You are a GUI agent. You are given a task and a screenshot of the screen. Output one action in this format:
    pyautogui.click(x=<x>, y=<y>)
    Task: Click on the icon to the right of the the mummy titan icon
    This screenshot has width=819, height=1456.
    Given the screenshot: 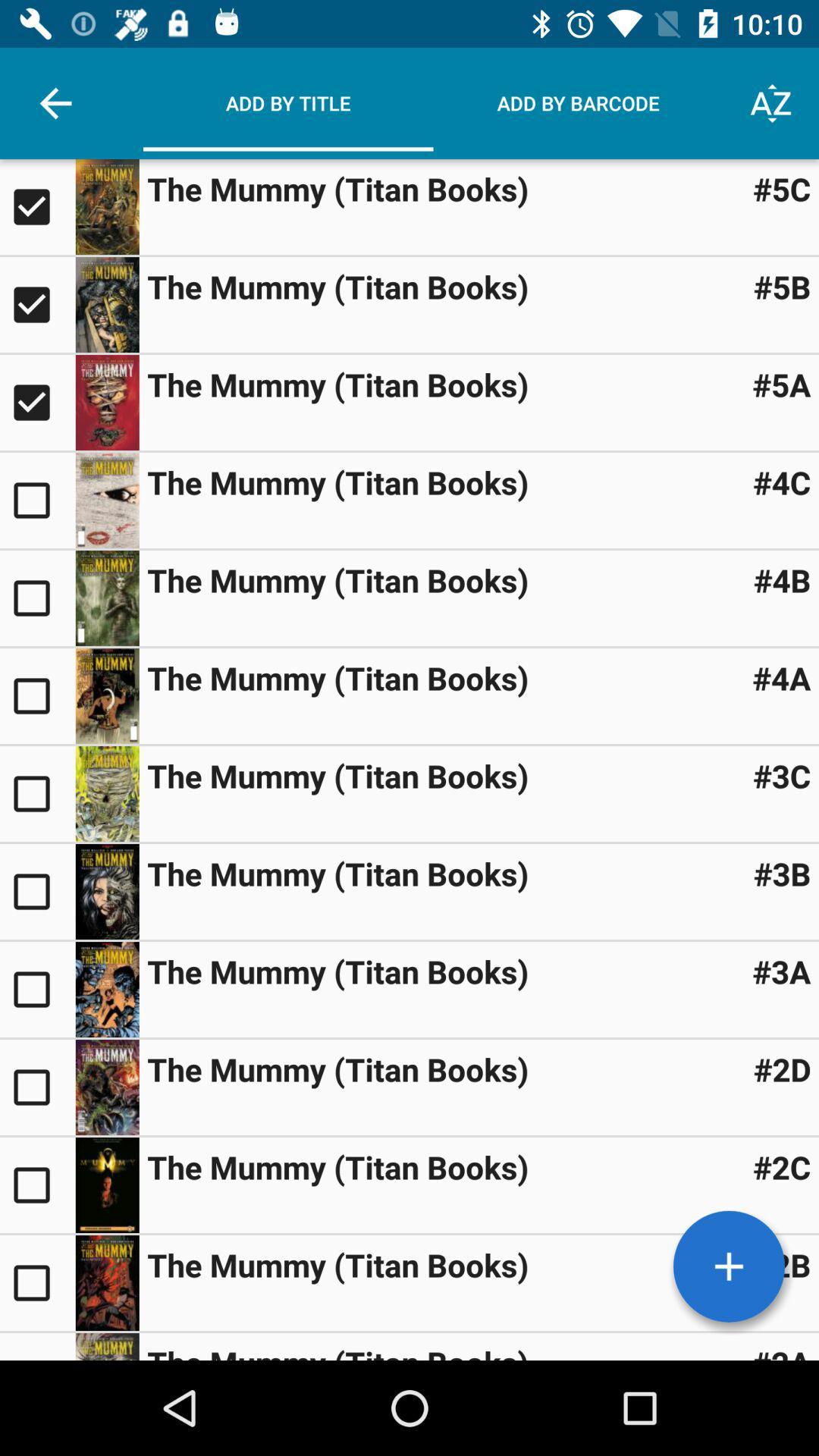 What is the action you would take?
    pyautogui.click(x=781, y=384)
    